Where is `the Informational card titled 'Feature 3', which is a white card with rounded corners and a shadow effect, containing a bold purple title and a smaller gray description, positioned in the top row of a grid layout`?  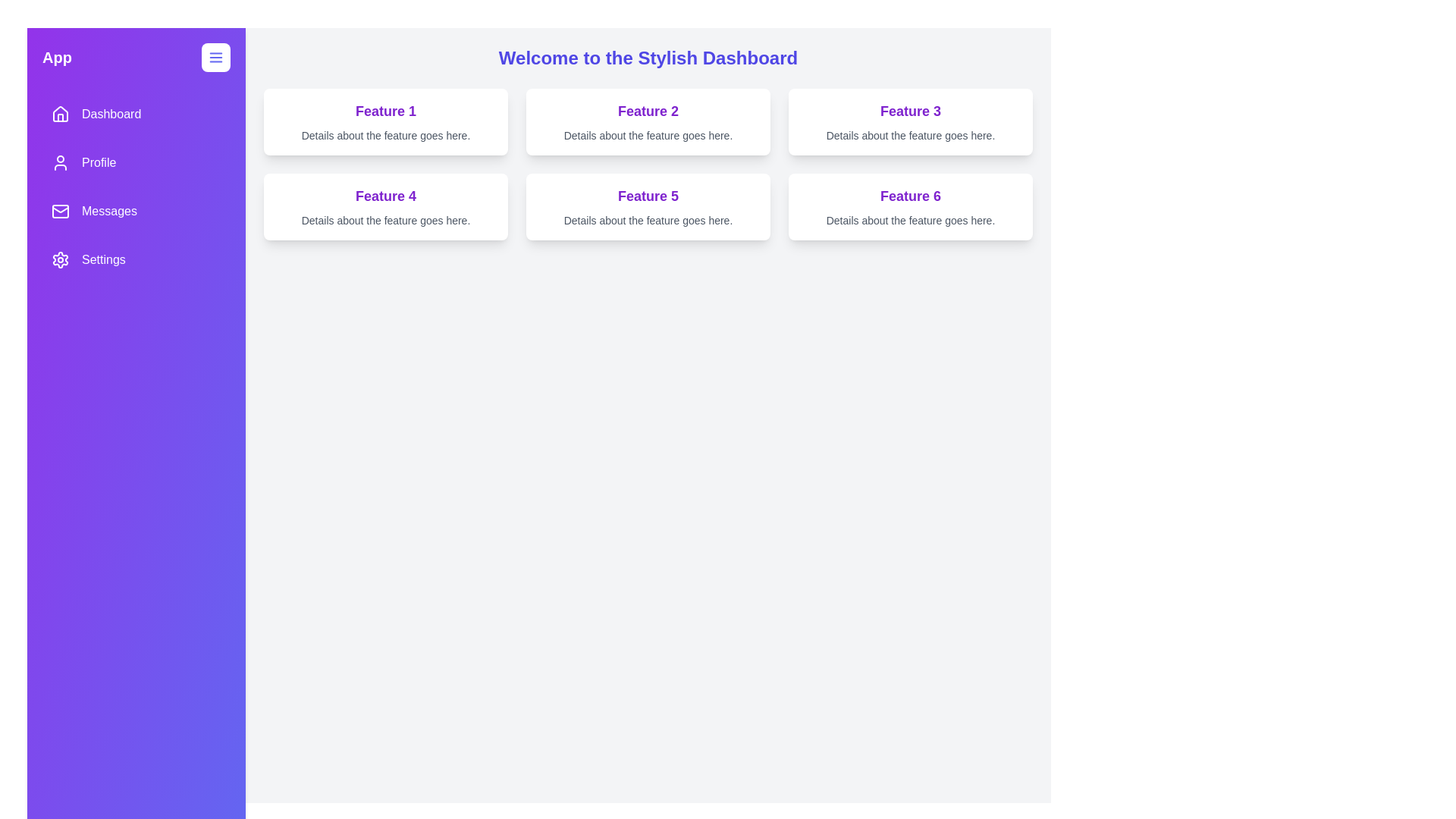 the Informational card titled 'Feature 3', which is a white card with rounded corners and a shadow effect, containing a bold purple title and a smaller gray description, positioned in the top row of a grid layout is located at coordinates (910, 121).